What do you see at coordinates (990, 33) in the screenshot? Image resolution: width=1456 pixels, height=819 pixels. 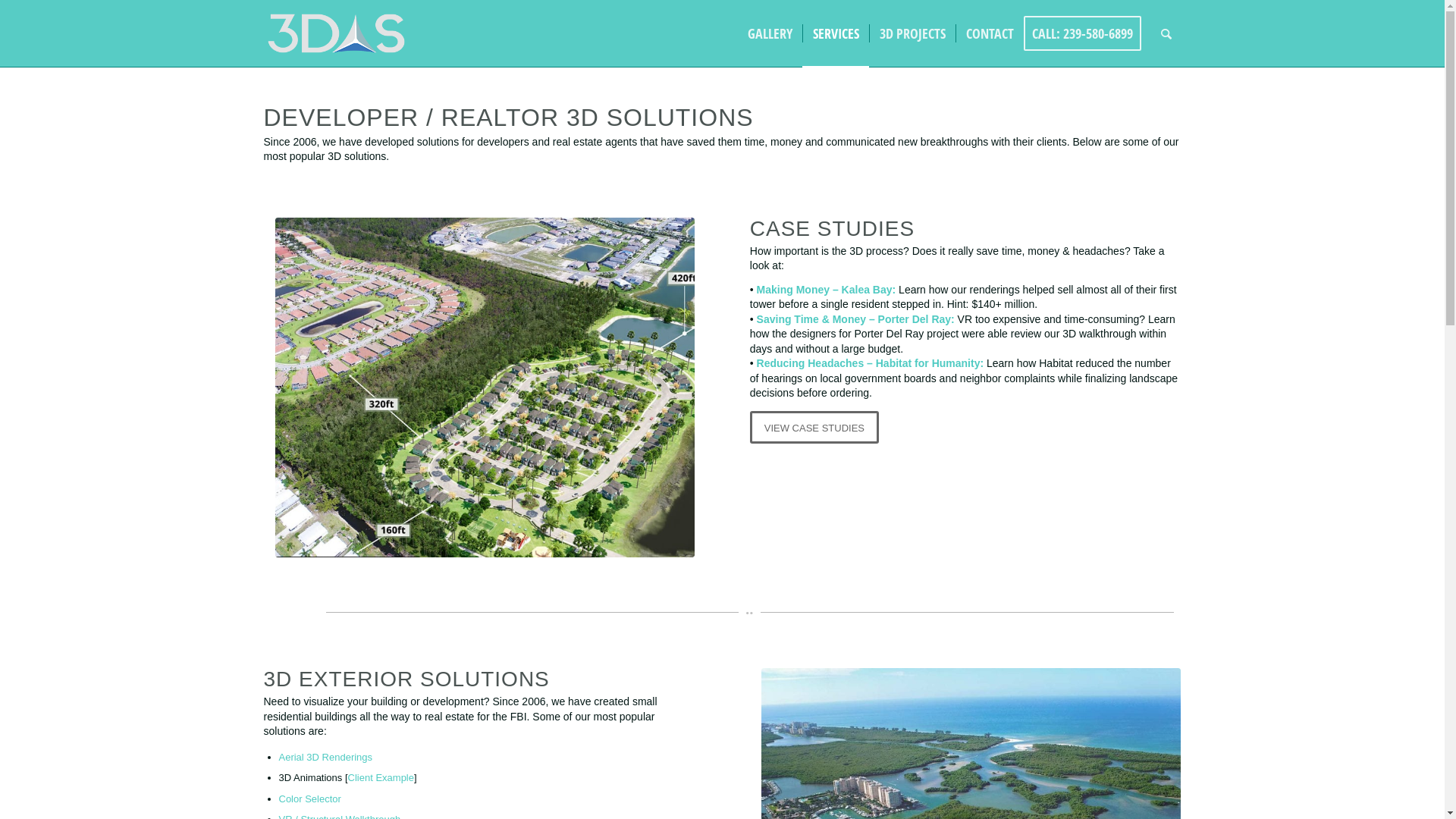 I see `'CONTACT'` at bounding box center [990, 33].